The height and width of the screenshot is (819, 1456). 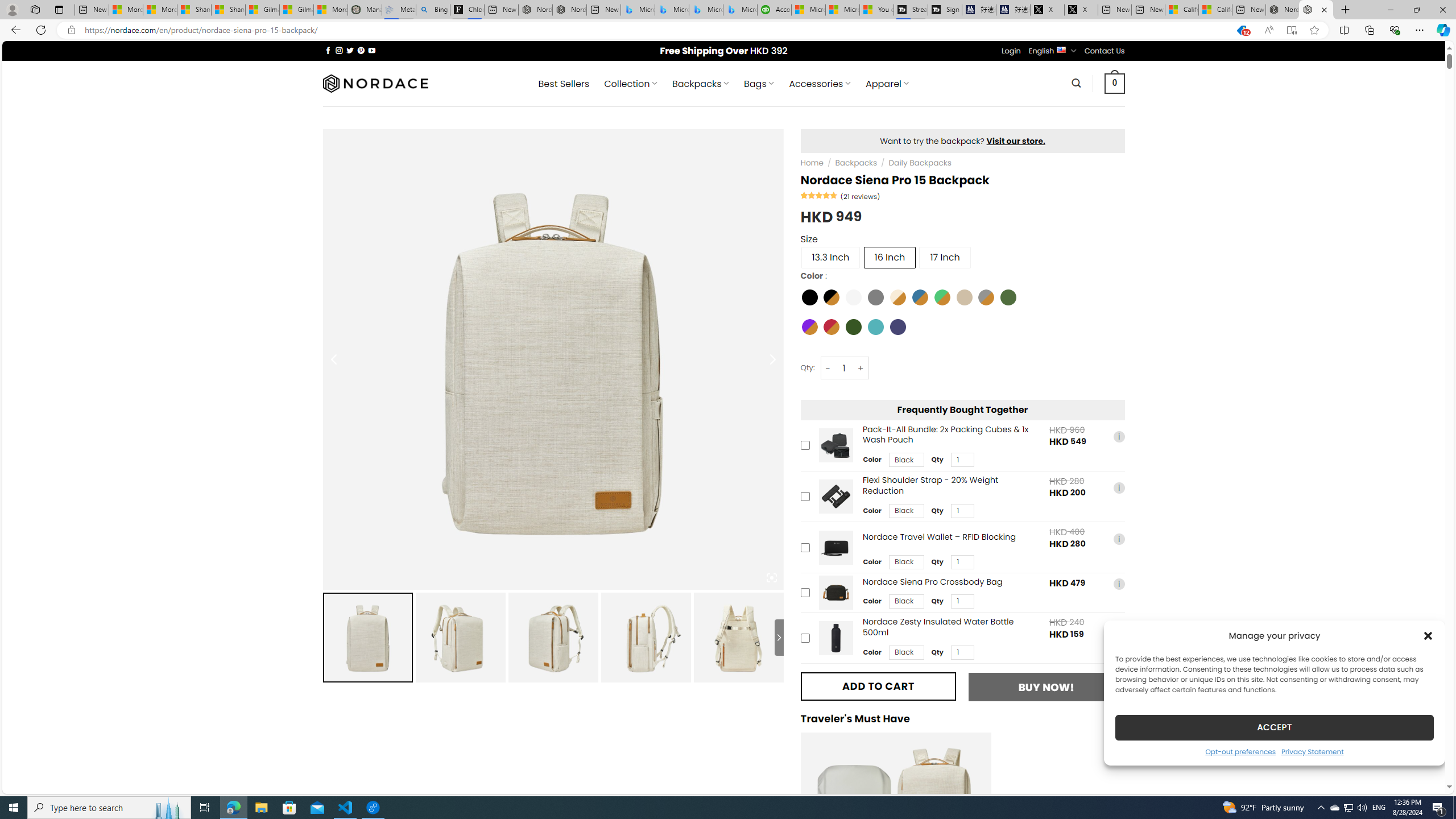 What do you see at coordinates (861, 368) in the screenshot?
I see `'+'` at bounding box center [861, 368].